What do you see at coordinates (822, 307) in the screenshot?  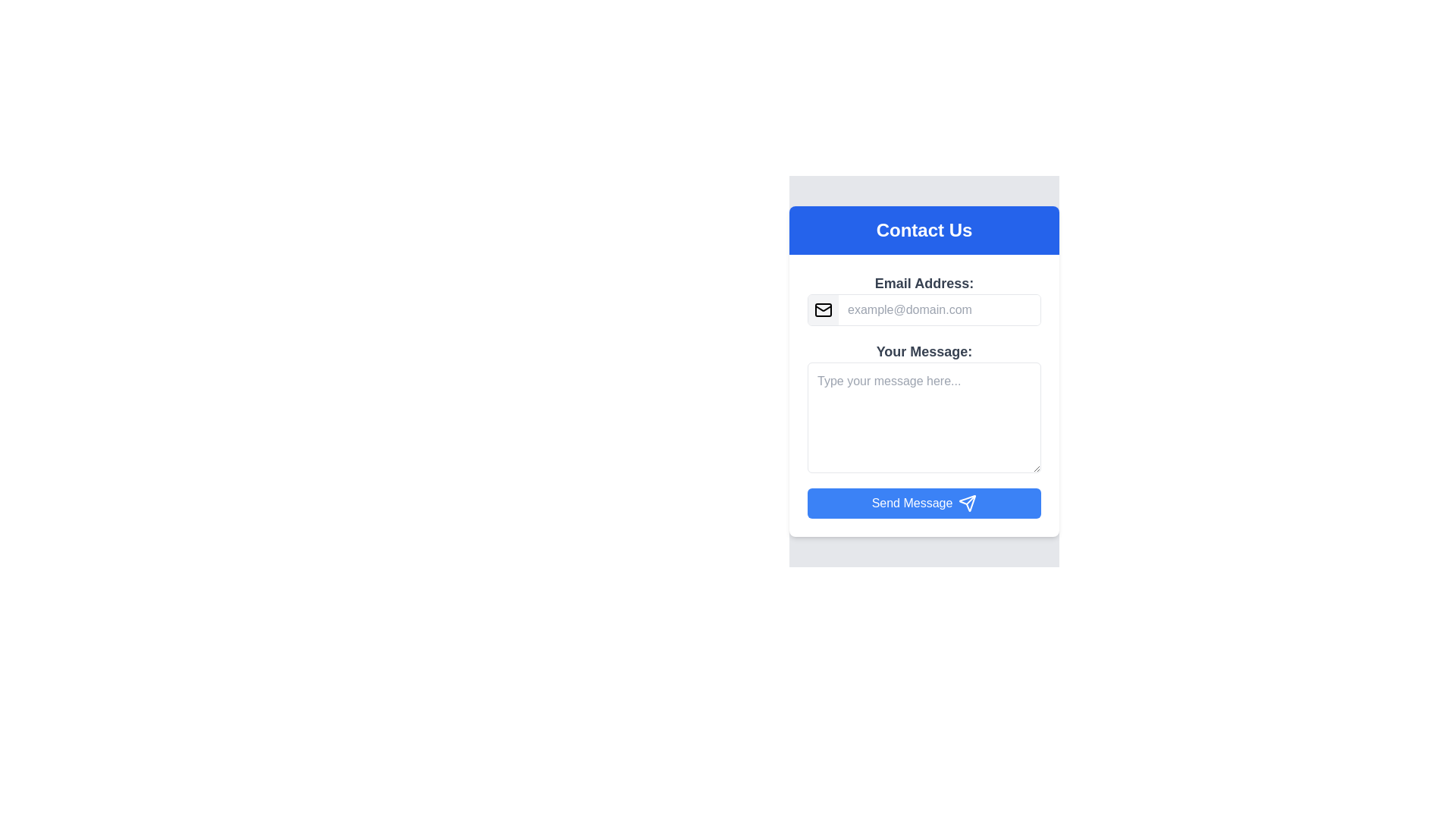 I see `the stylized envelope flap icon, which is part of an envelope symbol representing email features, located to the left of the text 'example@domain.com'` at bounding box center [822, 307].